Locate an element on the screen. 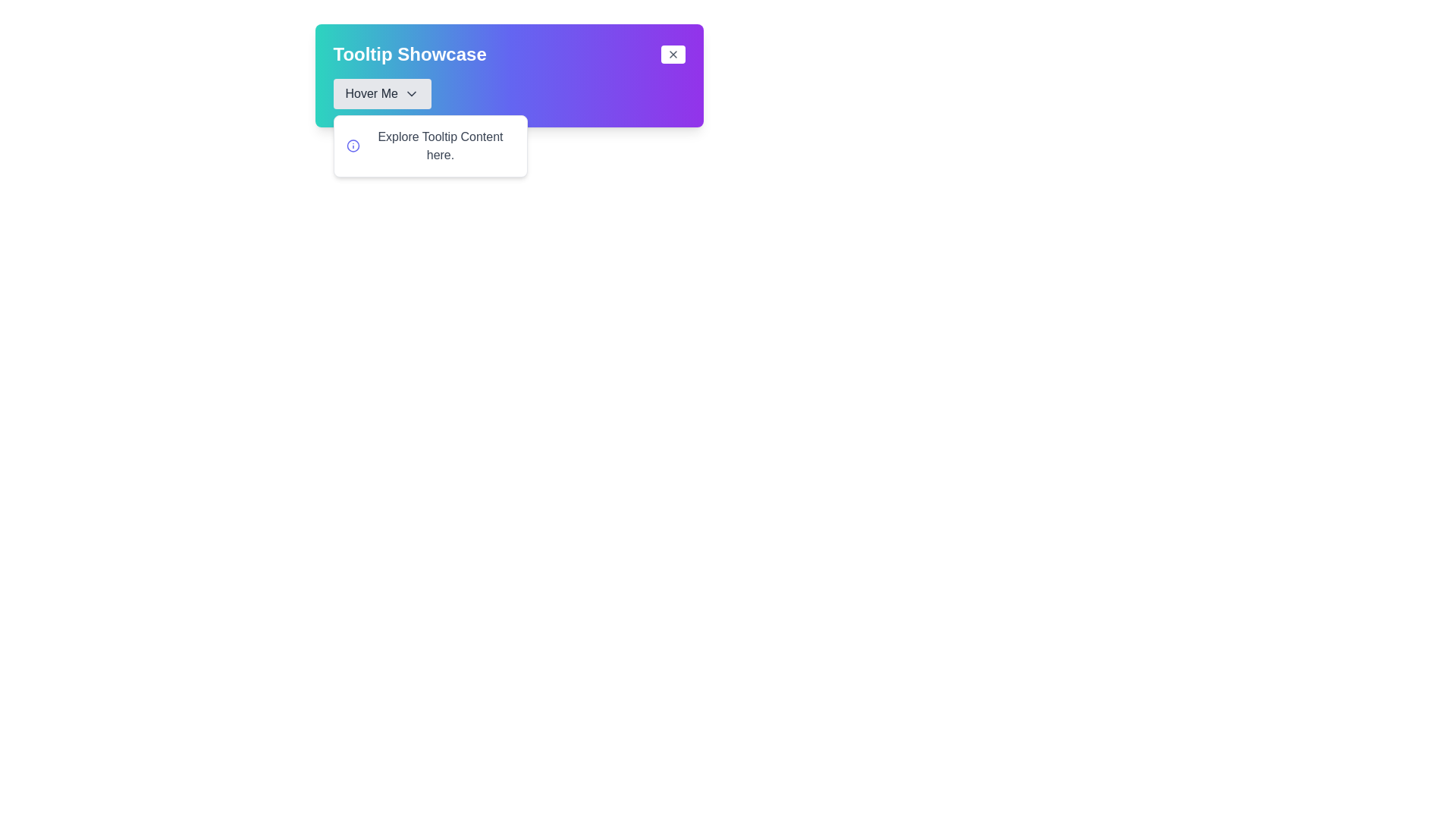 This screenshot has width=1456, height=819. the downward-pointing chevron SVG icon located to the right of the 'Hover Me' button text is located at coordinates (411, 93).